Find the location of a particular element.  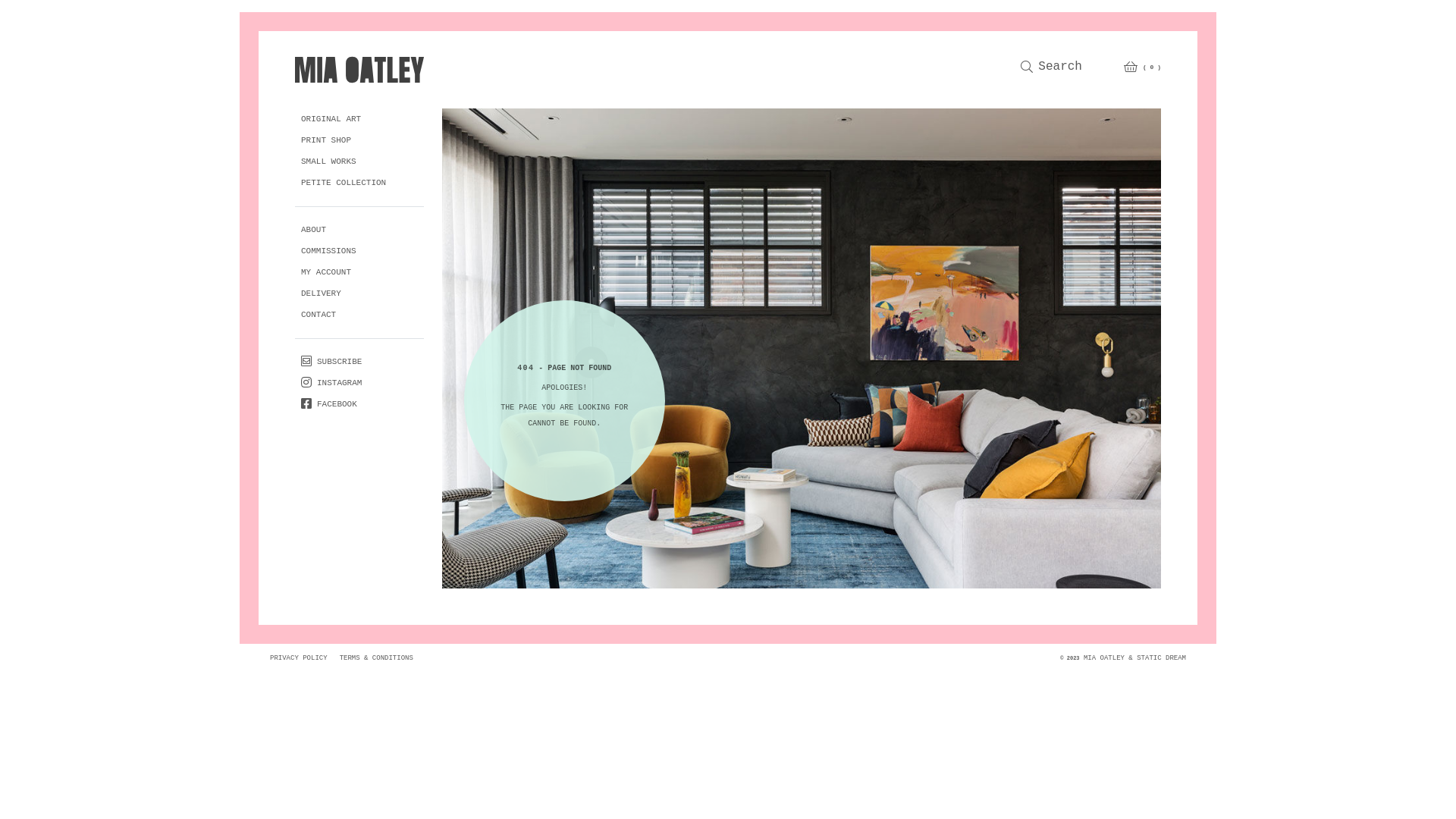

'Subscribe' is located at coordinates (330, 362).